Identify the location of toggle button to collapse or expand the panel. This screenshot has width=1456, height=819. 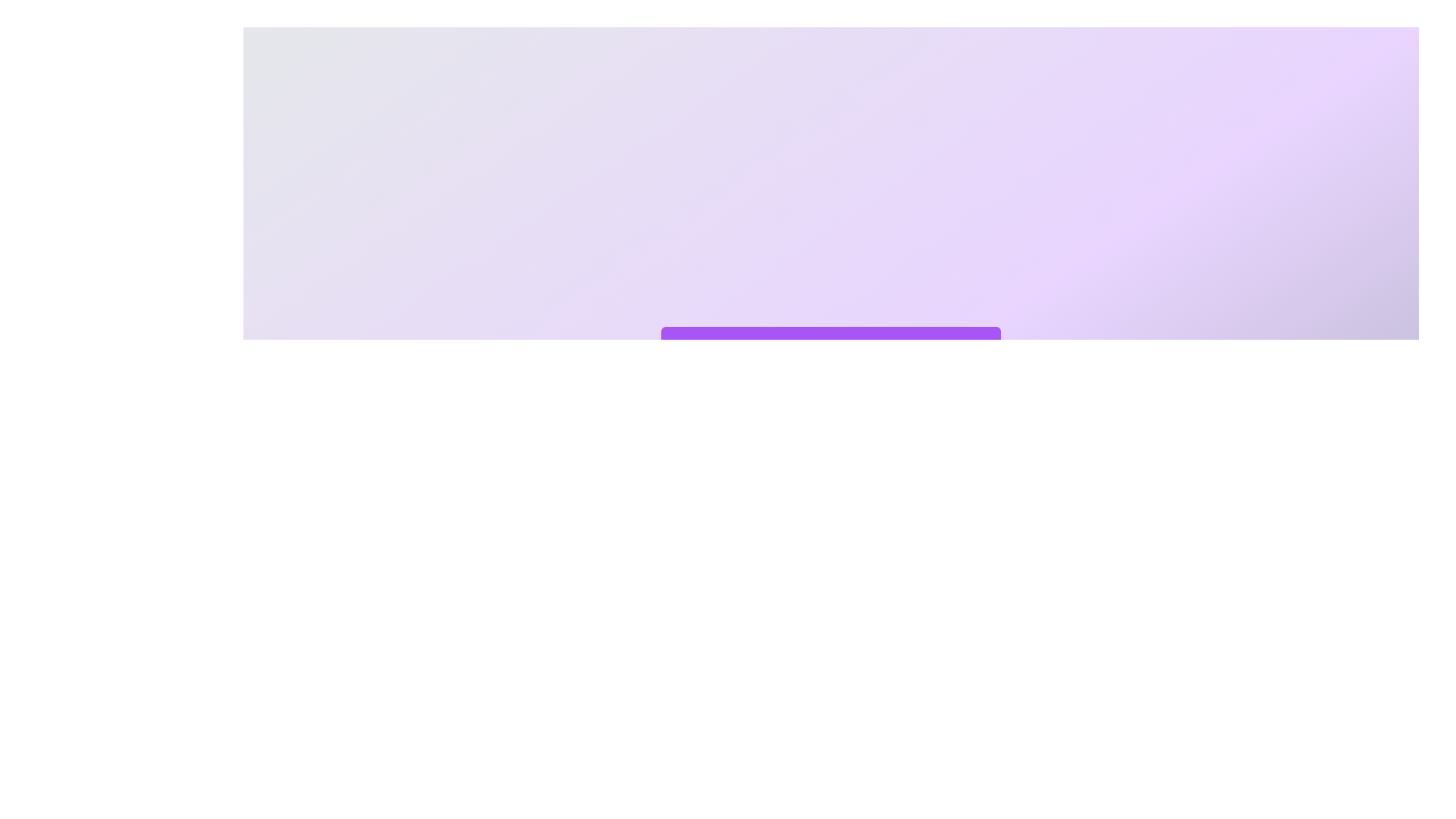
(979, 350).